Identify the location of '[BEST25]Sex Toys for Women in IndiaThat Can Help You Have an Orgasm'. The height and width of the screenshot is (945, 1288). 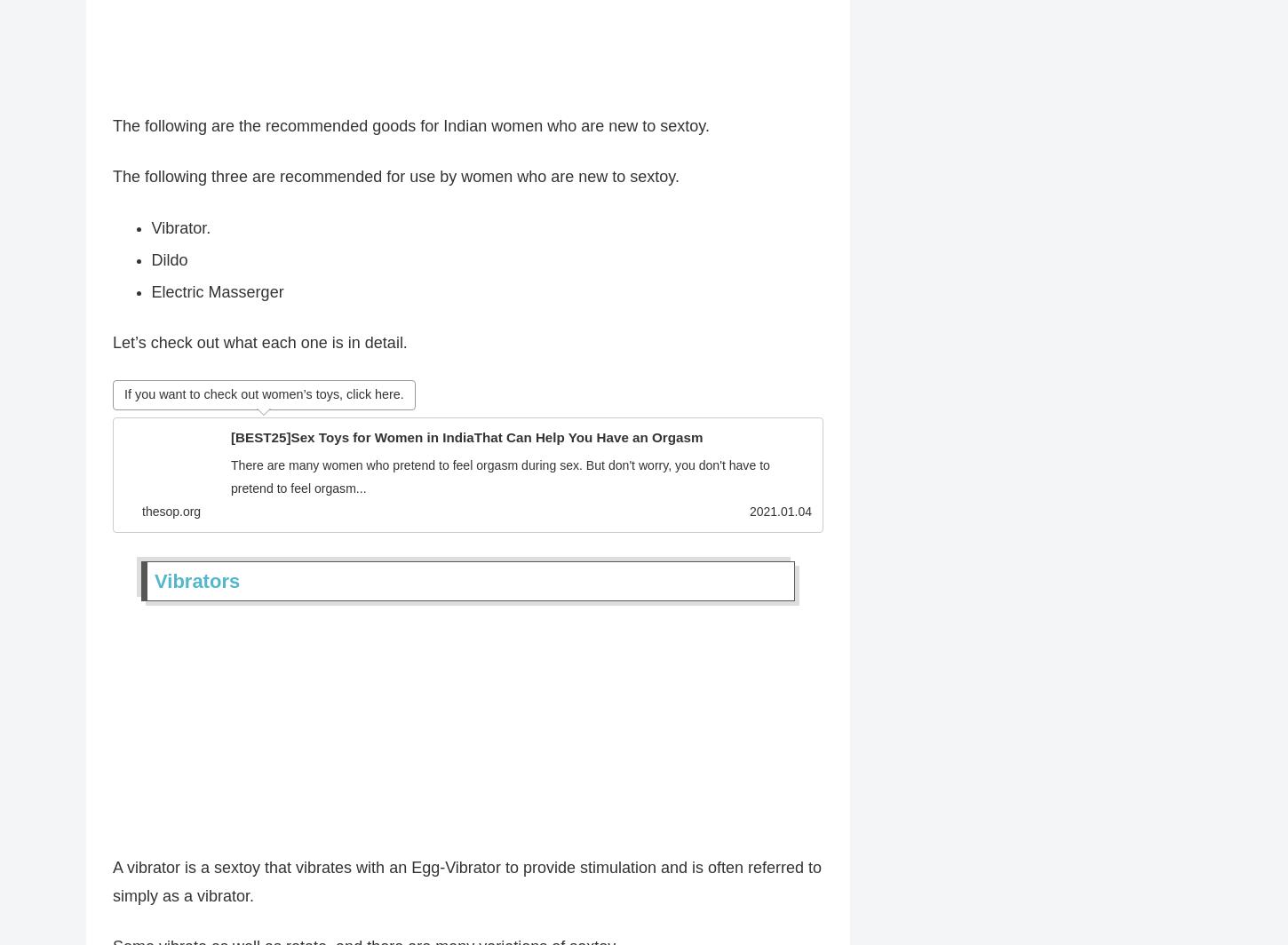
(466, 442).